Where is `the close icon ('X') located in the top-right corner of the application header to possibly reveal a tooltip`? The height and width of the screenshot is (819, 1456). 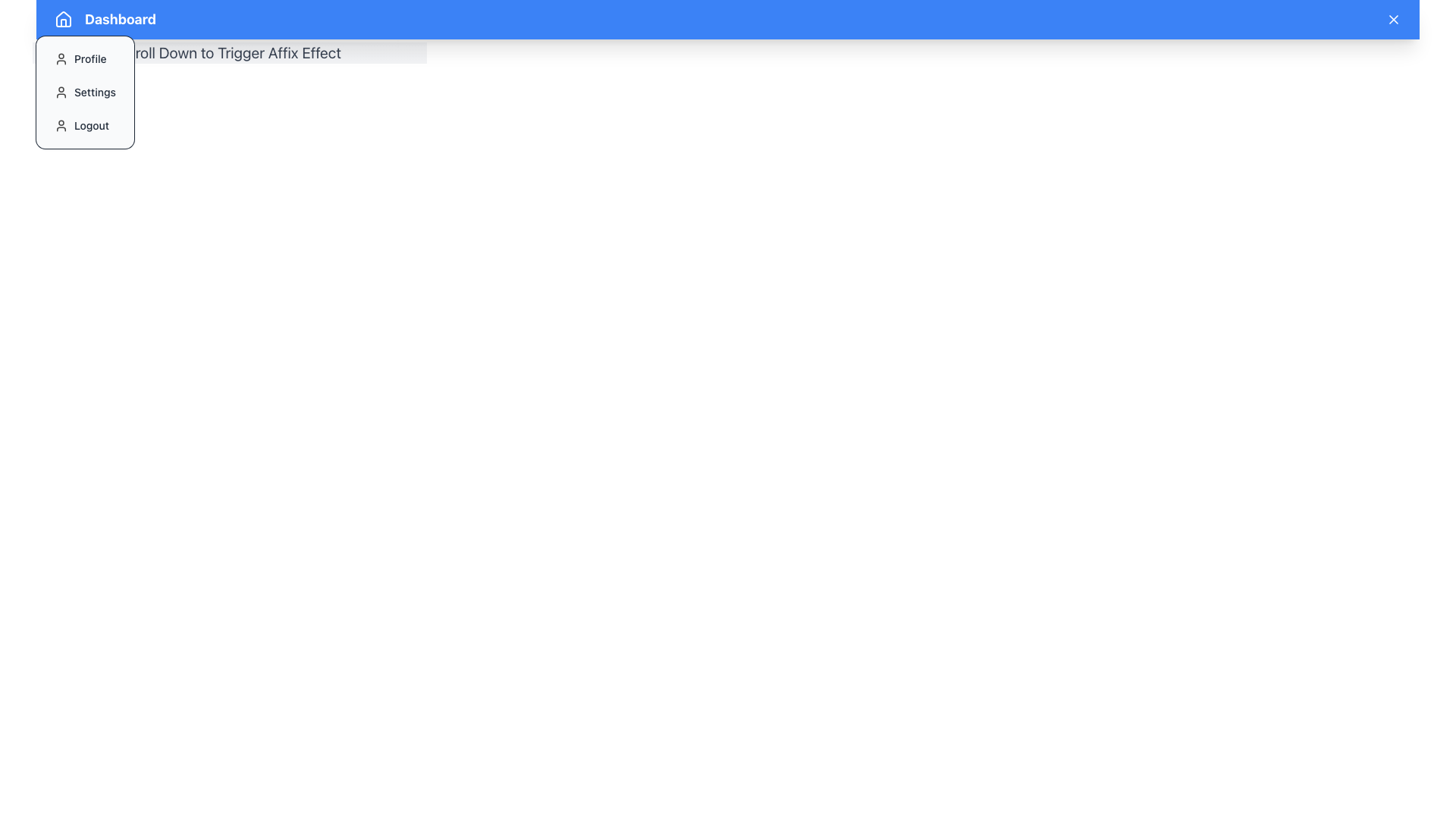 the close icon ('X') located in the top-right corner of the application header to possibly reveal a tooltip is located at coordinates (1394, 20).